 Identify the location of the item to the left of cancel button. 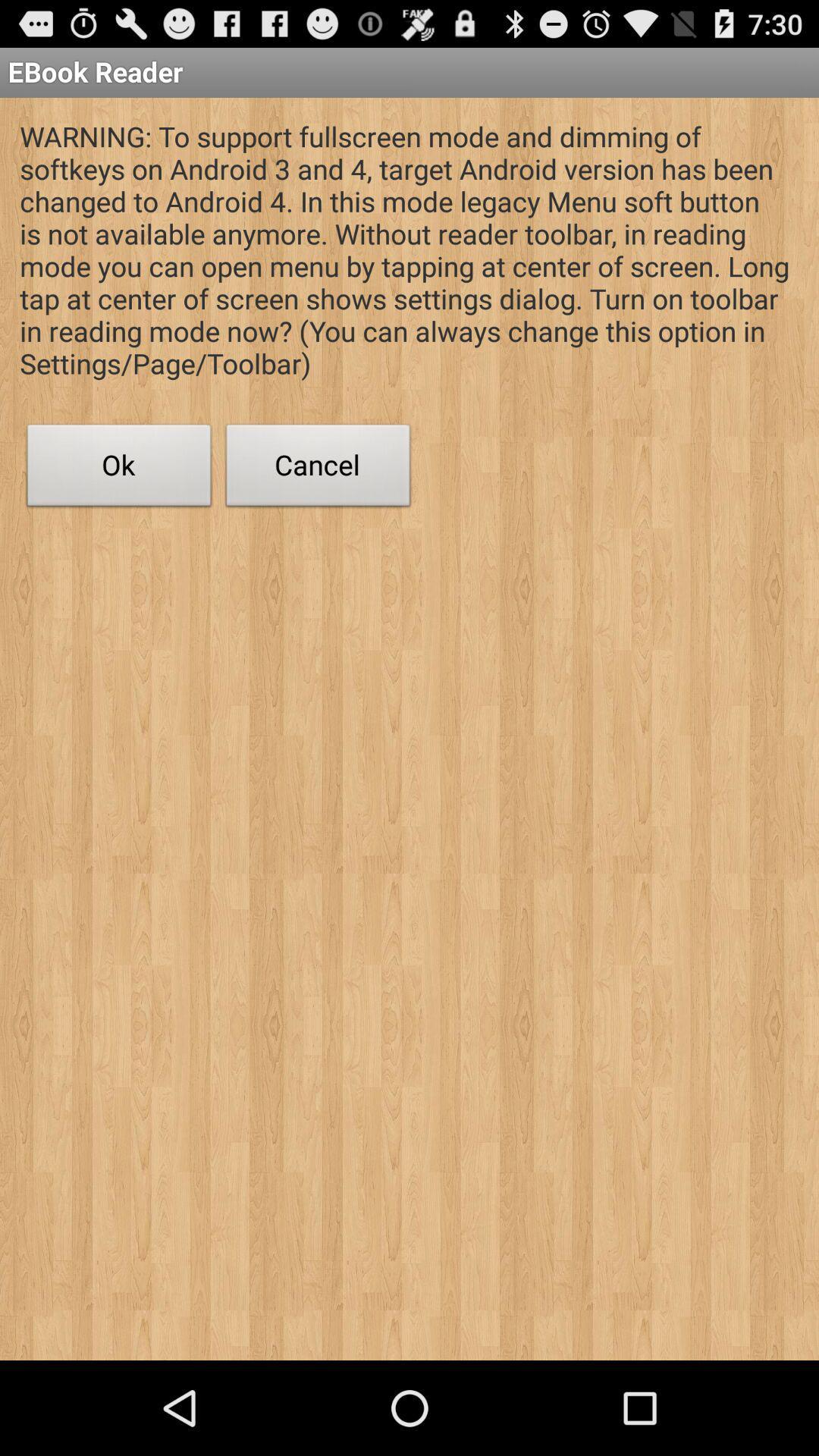
(118, 469).